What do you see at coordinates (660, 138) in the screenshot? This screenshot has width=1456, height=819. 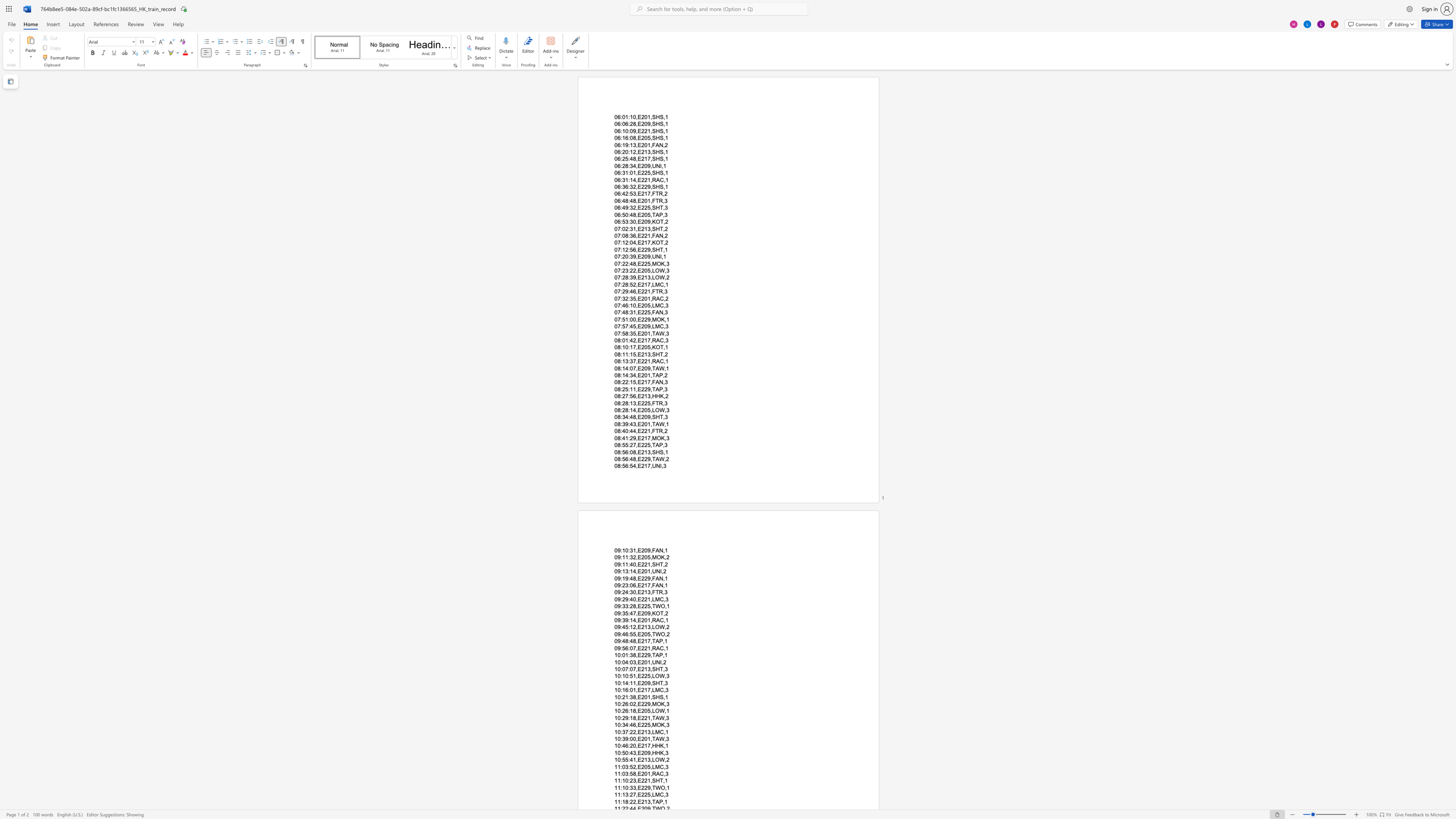 I see `the subset text "S," within the text "06:16:08,E205,SHS,1"` at bounding box center [660, 138].